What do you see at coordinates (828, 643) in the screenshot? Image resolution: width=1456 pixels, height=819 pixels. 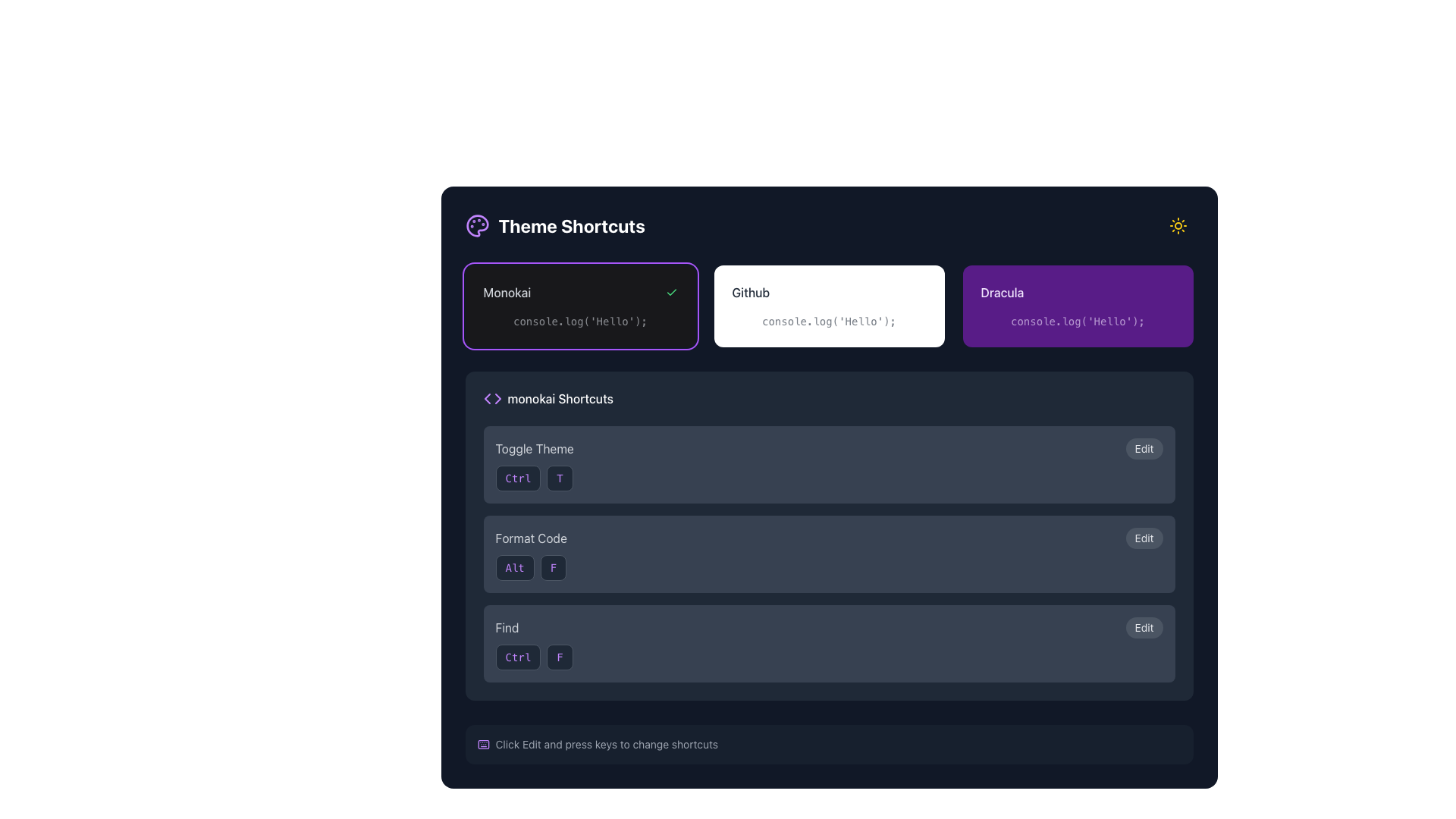 I see `displayed shortcut information for the 'Find' function, which is part of the Composite widget that includes an editable 'Edit' button and is positioned below 'Format Code'` at bounding box center [828, 643].